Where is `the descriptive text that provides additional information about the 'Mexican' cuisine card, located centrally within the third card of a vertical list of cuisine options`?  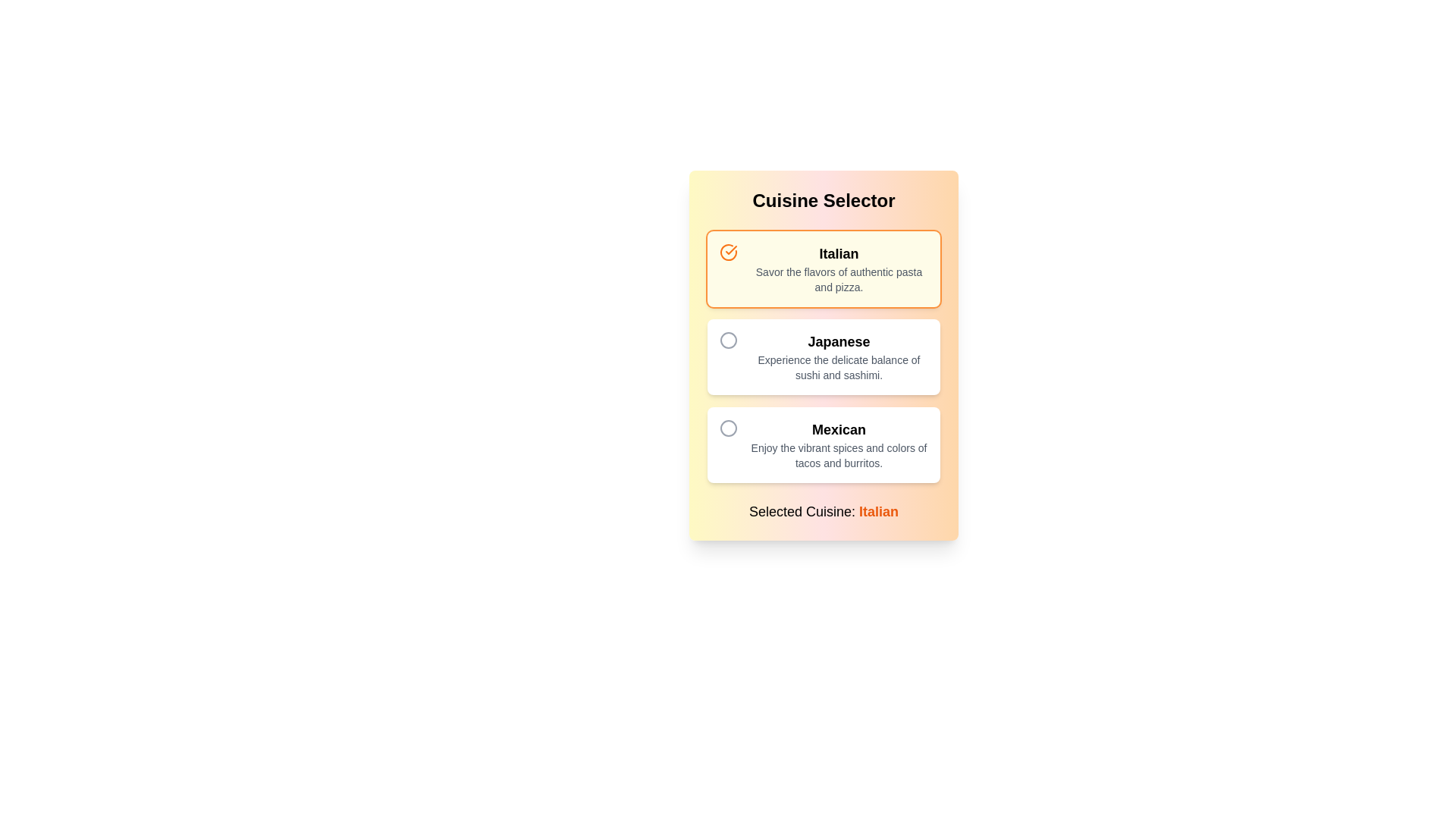
the descriptive text that provides additional information about the 'Mexican' cuisine card, located centrally within the third card of a vertical list of cuisine options is located at coordinates (838, 455).